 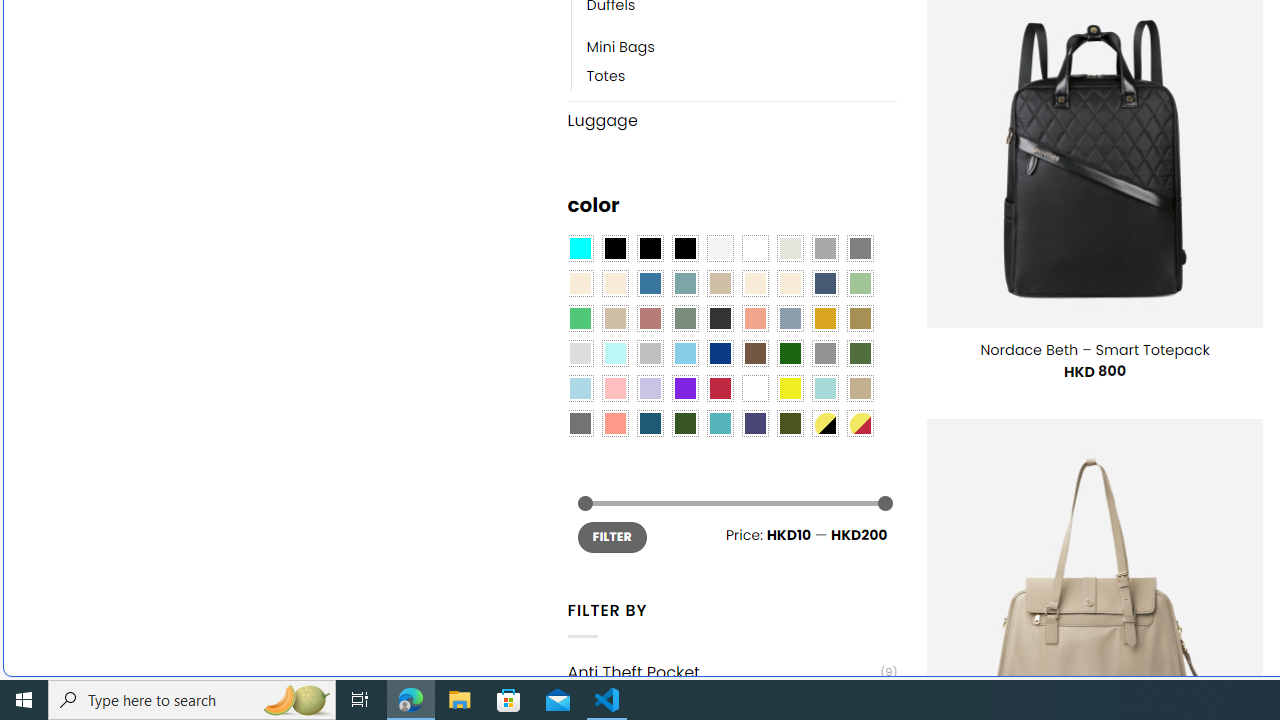 I want to click on 'Gray', so click(x=824, y=353).